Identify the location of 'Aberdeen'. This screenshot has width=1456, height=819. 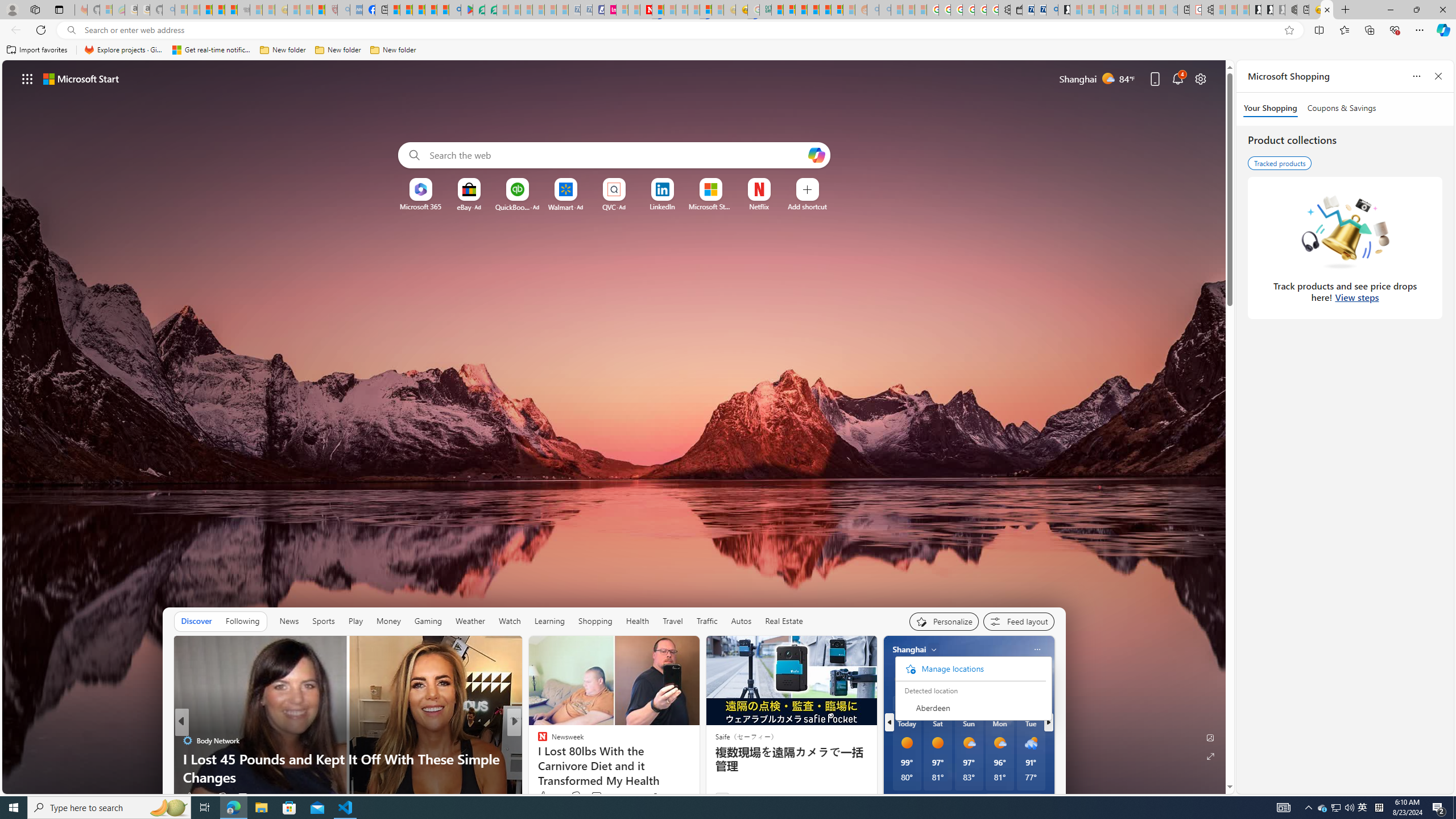
(970, 708).